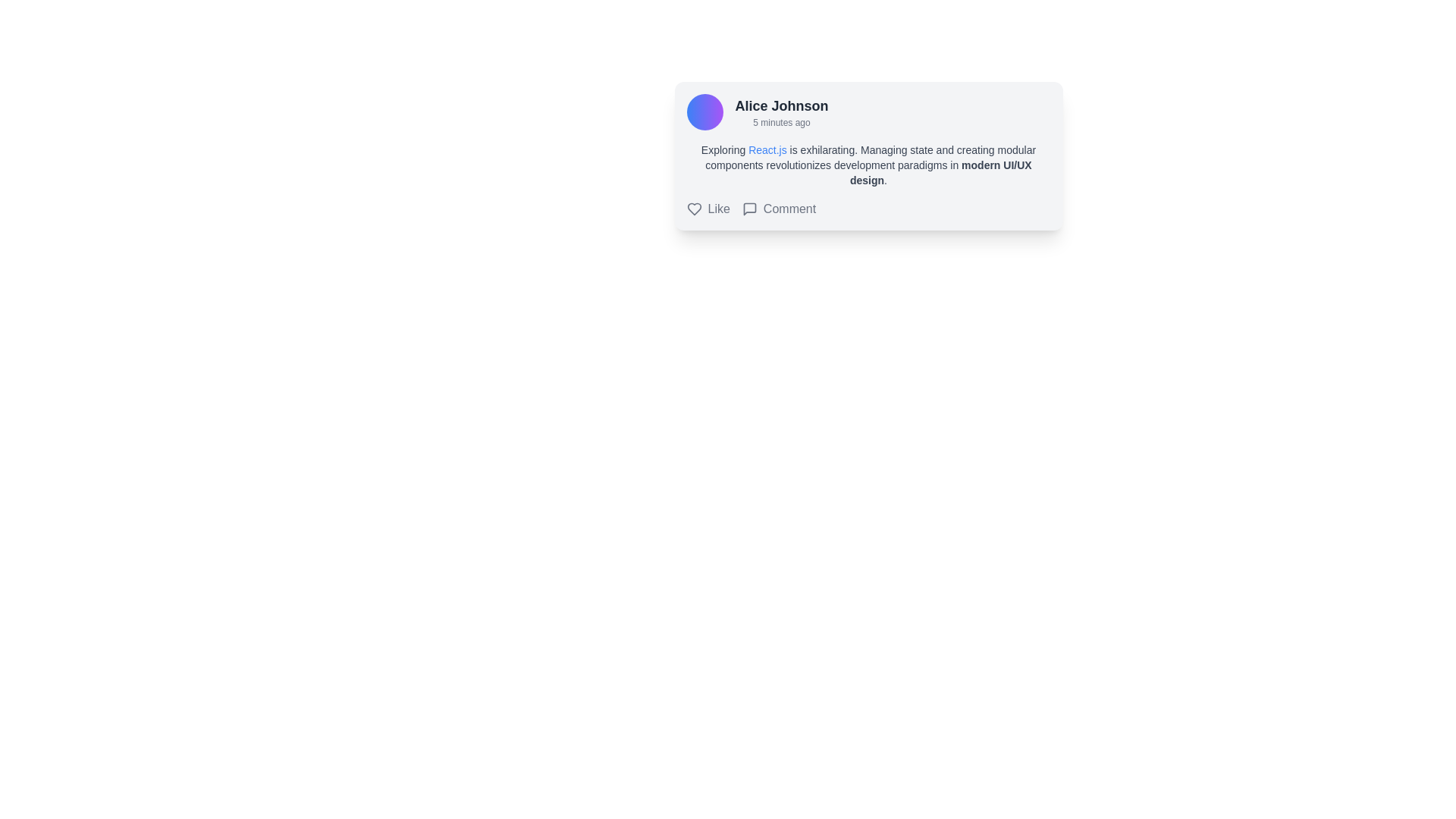 The image size is (1456, 819). What do you see at coordinates (693, 209) in the screenshot?
I see `the heart-shaped icon with a hollow design and dark gray outline, which is located to the left of the 'Like' text in the horizontal action bar below a user post` at bounding box center [693, 209].